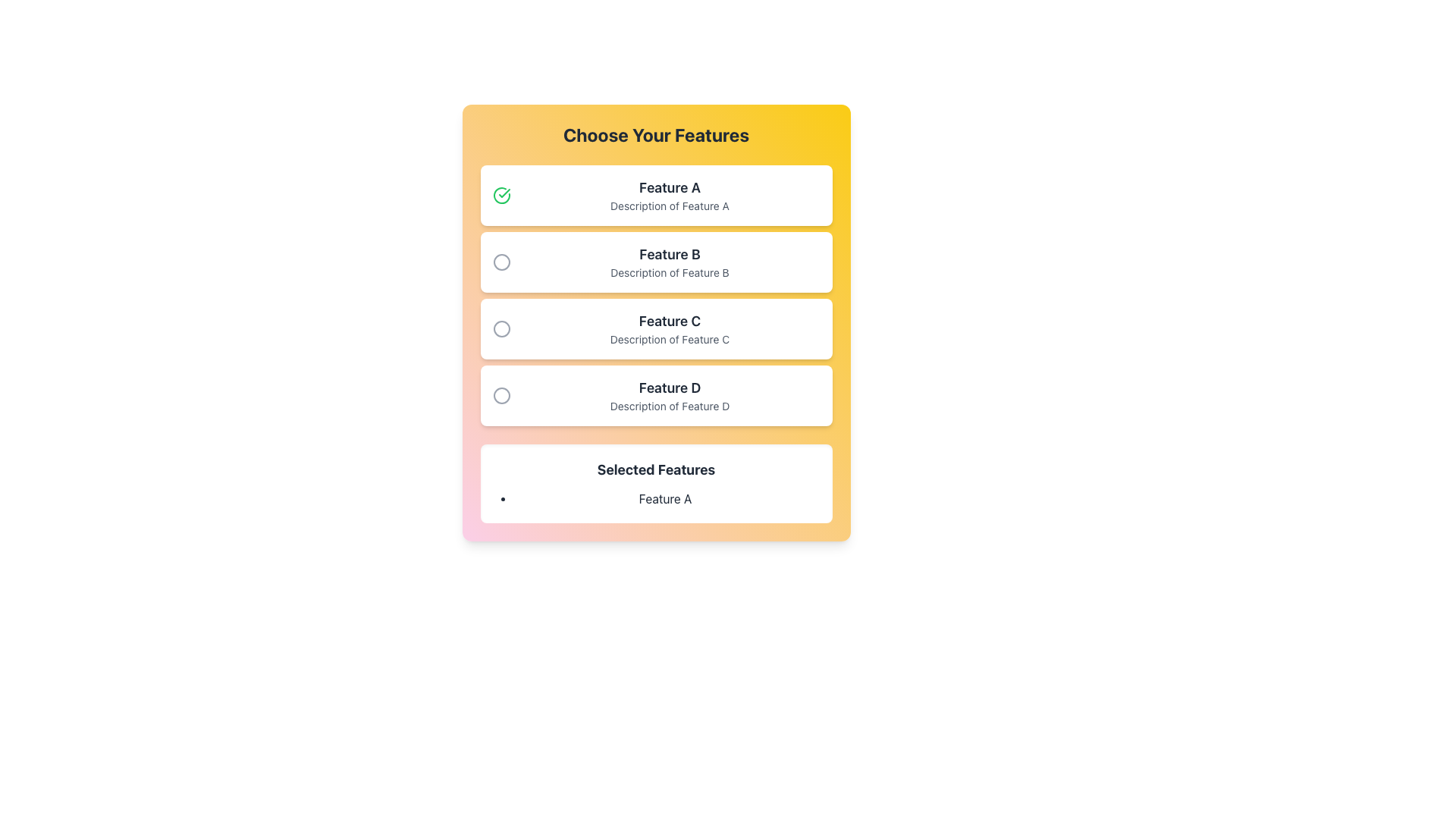  Describe the element at coordinates (669, 321) in the screenshot. I see `the 'Feature C' text label, which serves as the title for a selectable feature option under the section 'Choose Your Features'` at that location.